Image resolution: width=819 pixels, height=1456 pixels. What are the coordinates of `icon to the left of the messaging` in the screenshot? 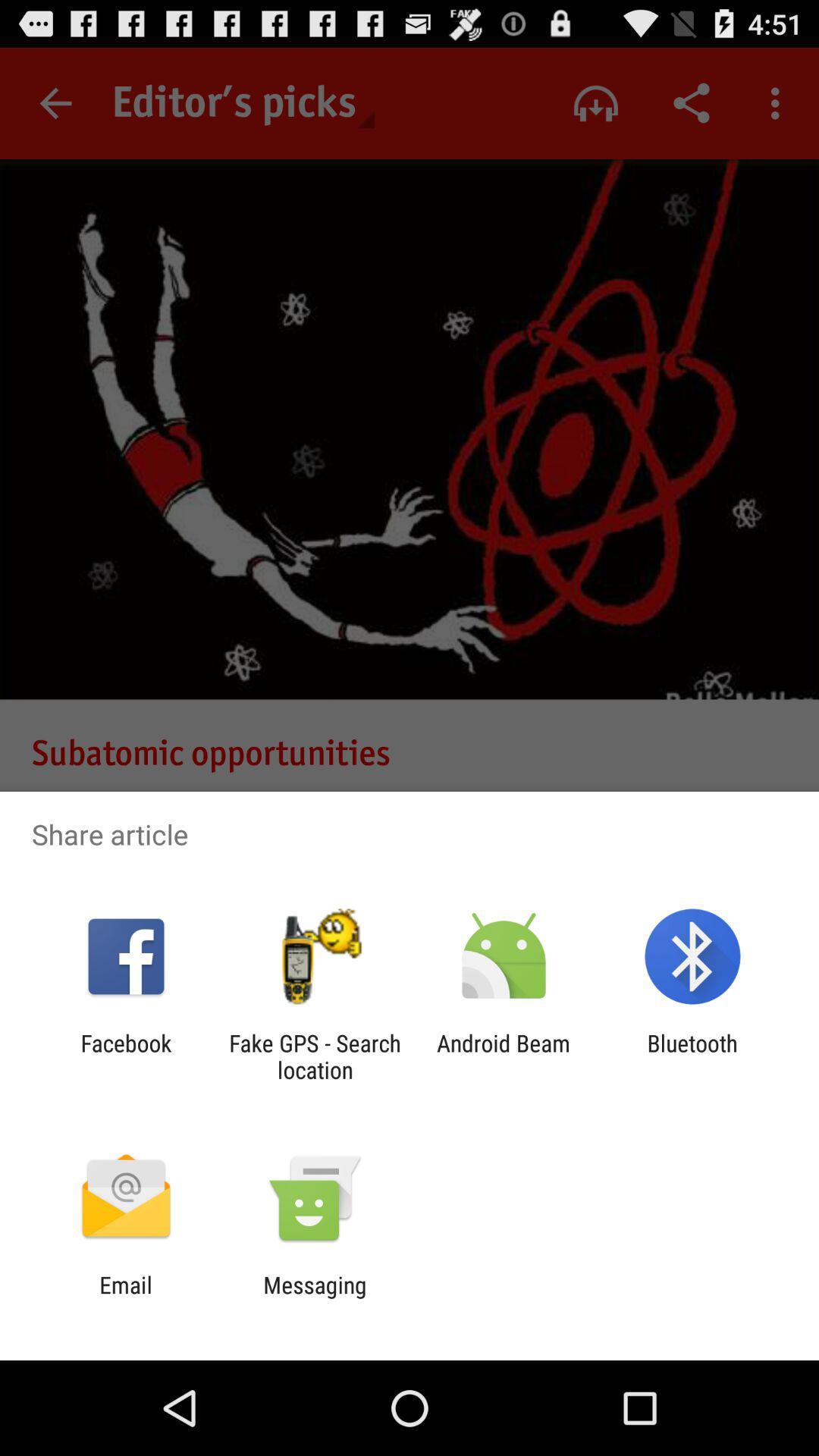 It's located at (125, 1298).